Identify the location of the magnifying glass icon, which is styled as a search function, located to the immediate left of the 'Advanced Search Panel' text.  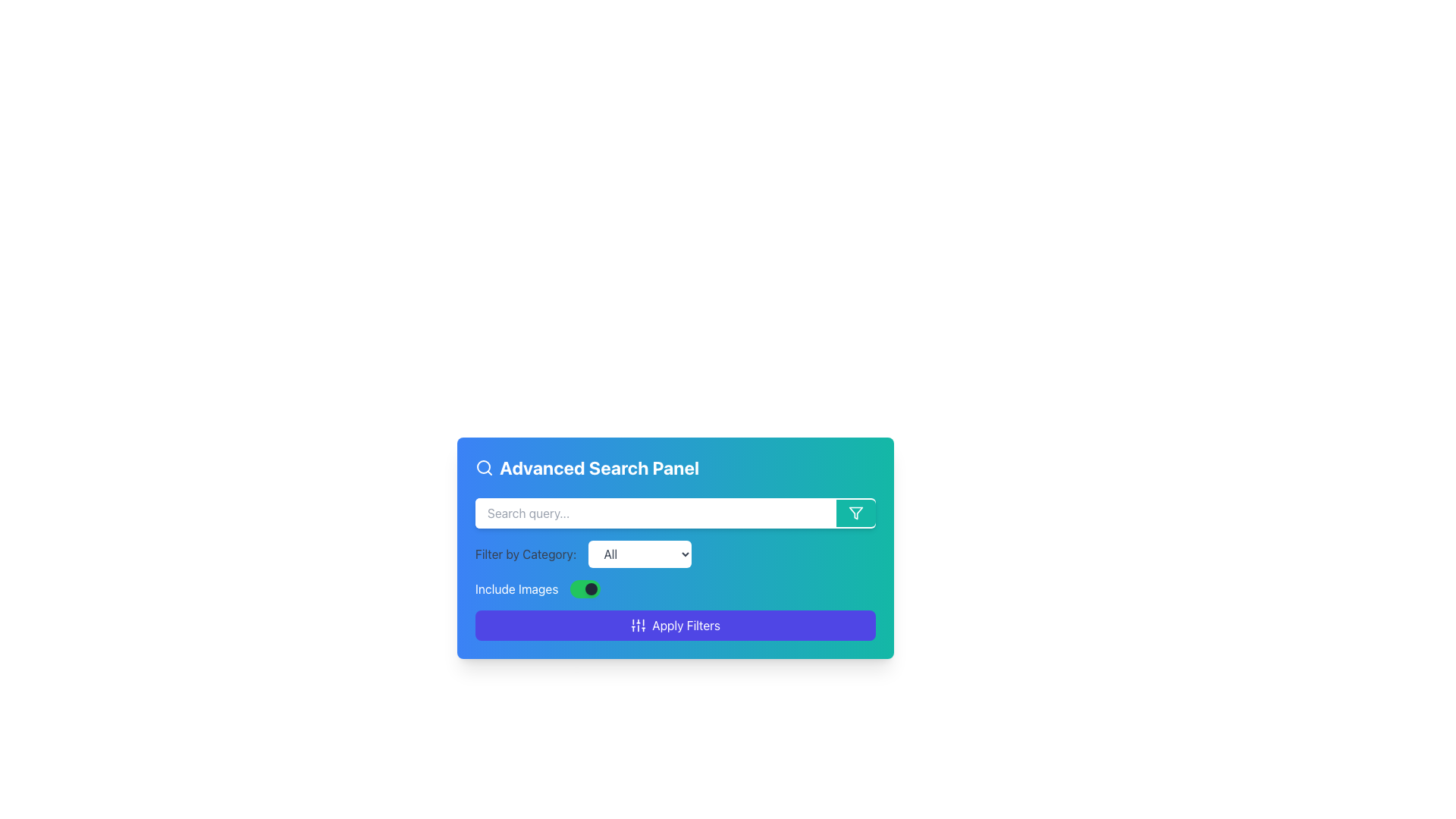
(483, 467).